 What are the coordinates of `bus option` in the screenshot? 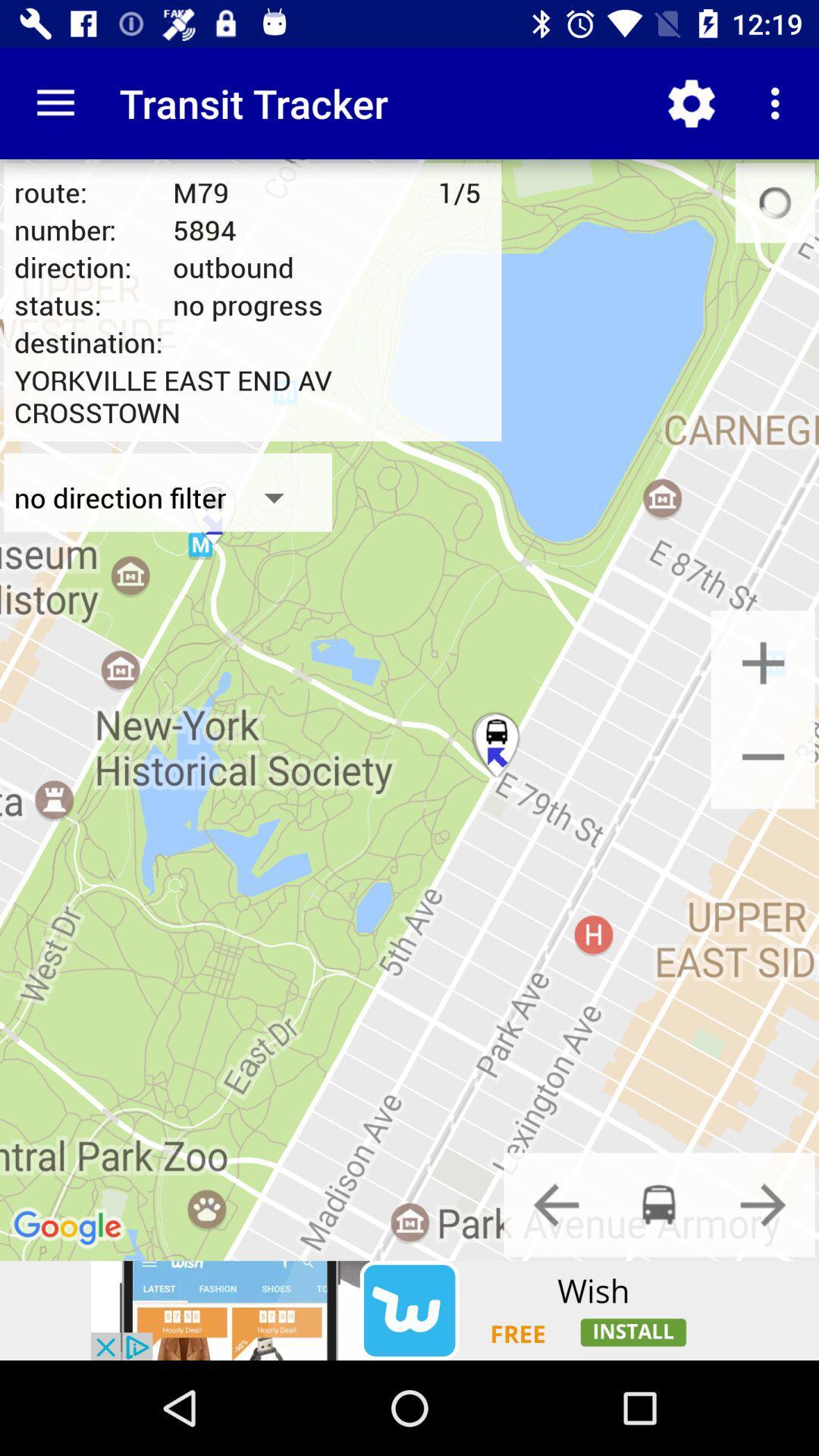 It's located at (658, 1203).